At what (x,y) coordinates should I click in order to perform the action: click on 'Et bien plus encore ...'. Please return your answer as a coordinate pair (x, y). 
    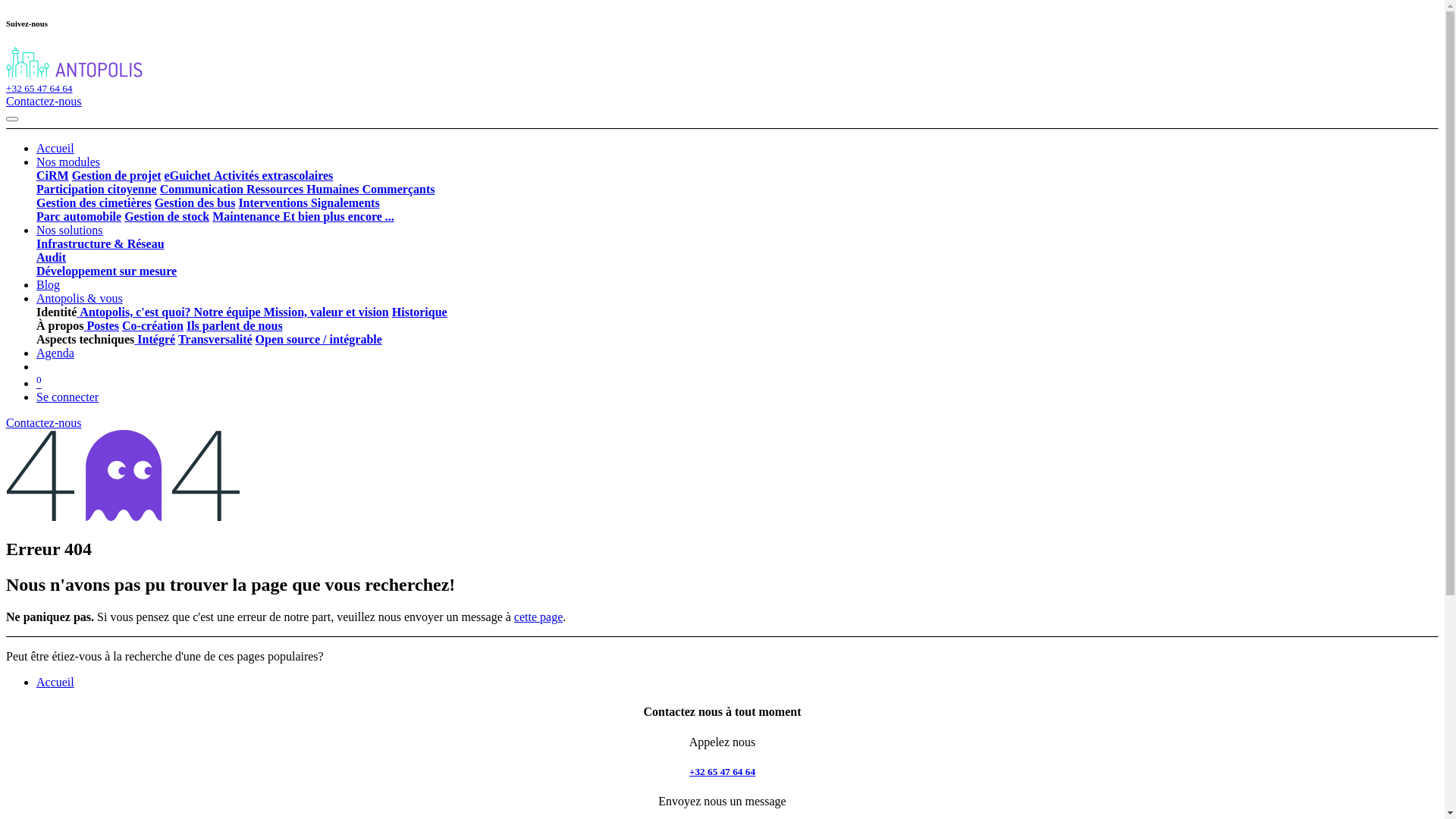
    Looking at the image, I should click on (336, 216).